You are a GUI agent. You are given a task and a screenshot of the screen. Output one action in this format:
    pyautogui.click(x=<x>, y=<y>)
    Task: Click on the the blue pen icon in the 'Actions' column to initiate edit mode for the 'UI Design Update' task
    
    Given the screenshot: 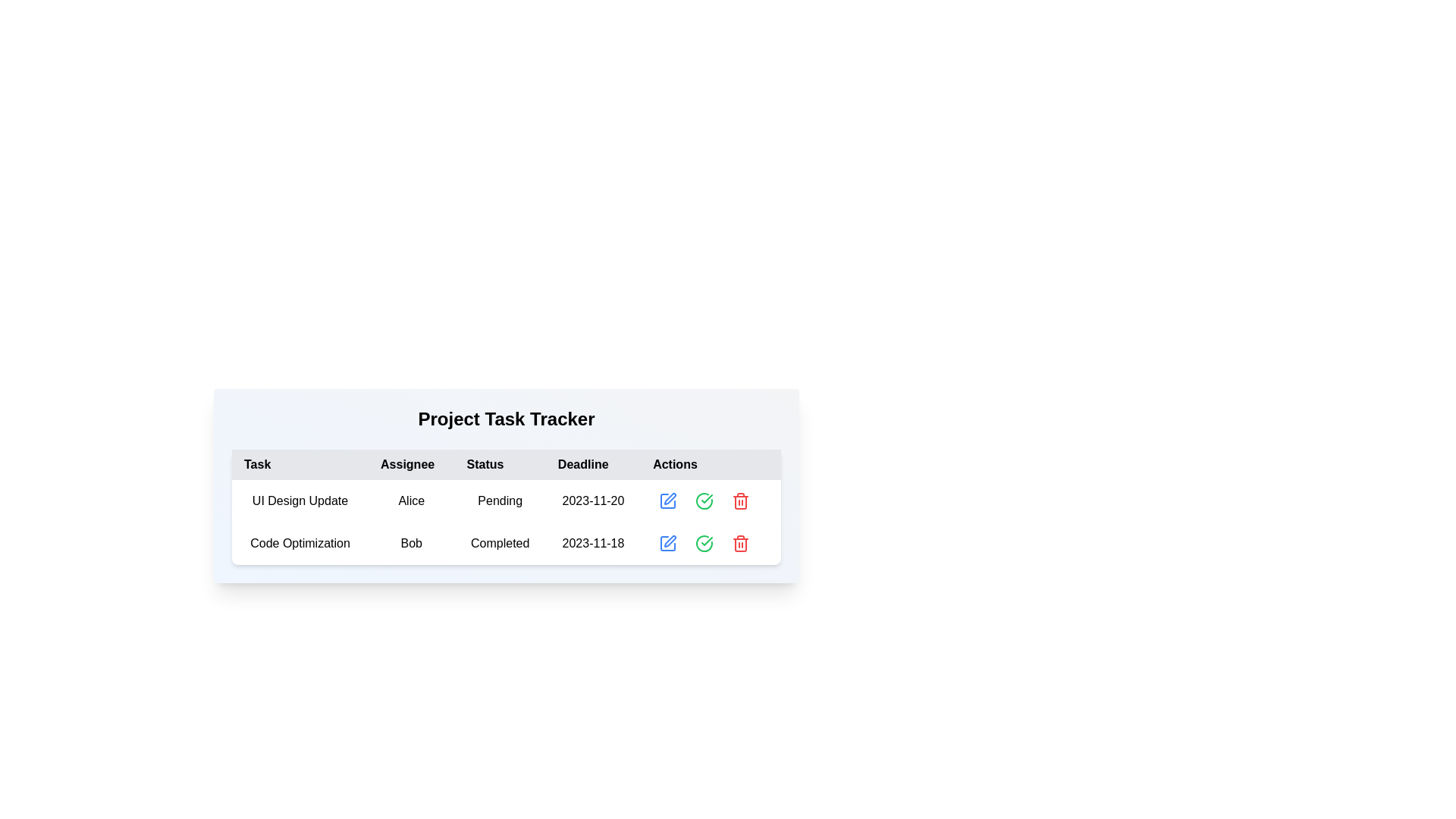 What is the action you would take?
    pyautogui.click(x=669, y=499)
    